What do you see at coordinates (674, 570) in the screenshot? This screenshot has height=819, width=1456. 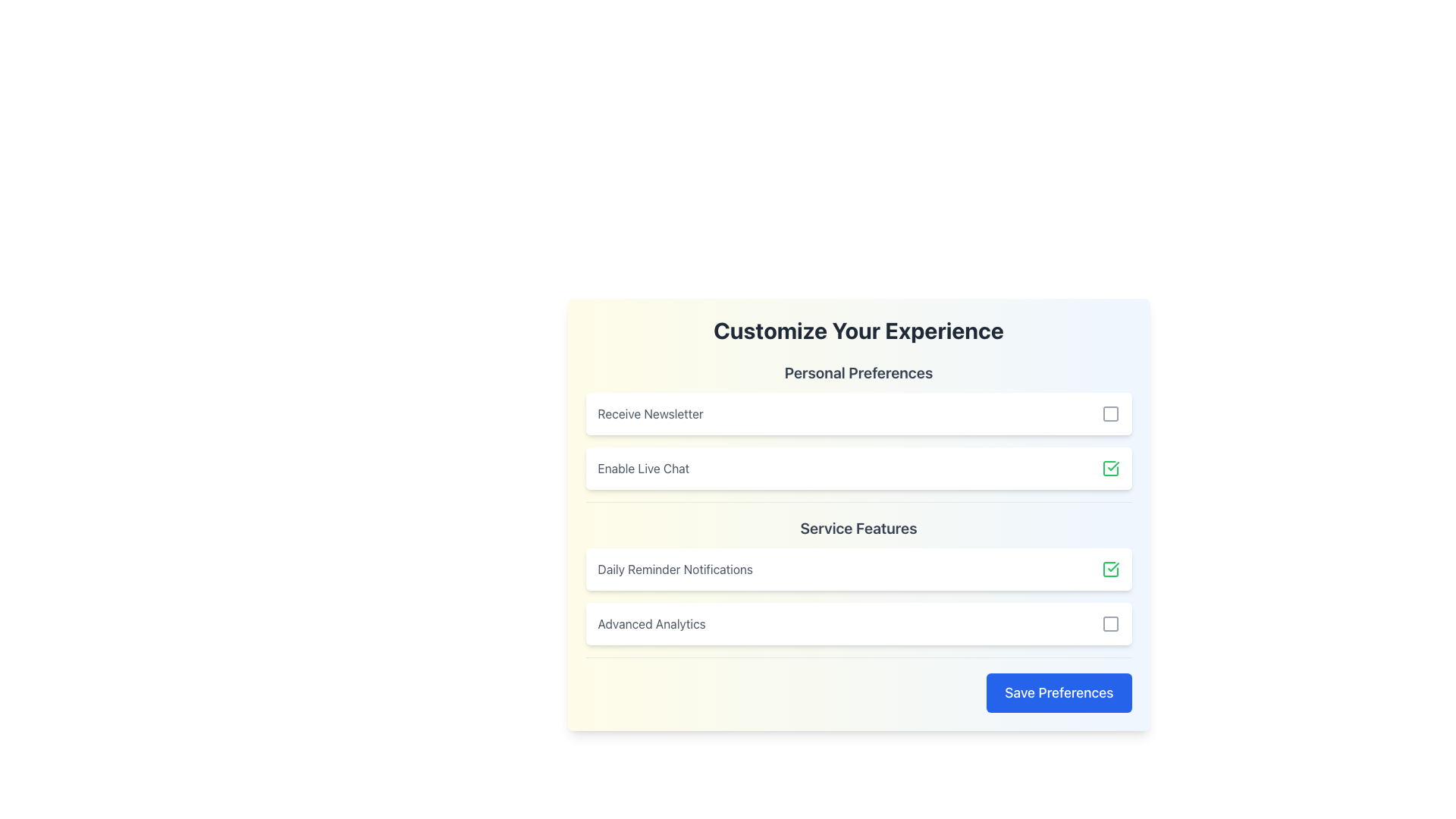 I see `'Daily Reminder Notifications' text label, which is displayed in gray font and is part of the 'Service Features' section` at bounding box center [674, 570].